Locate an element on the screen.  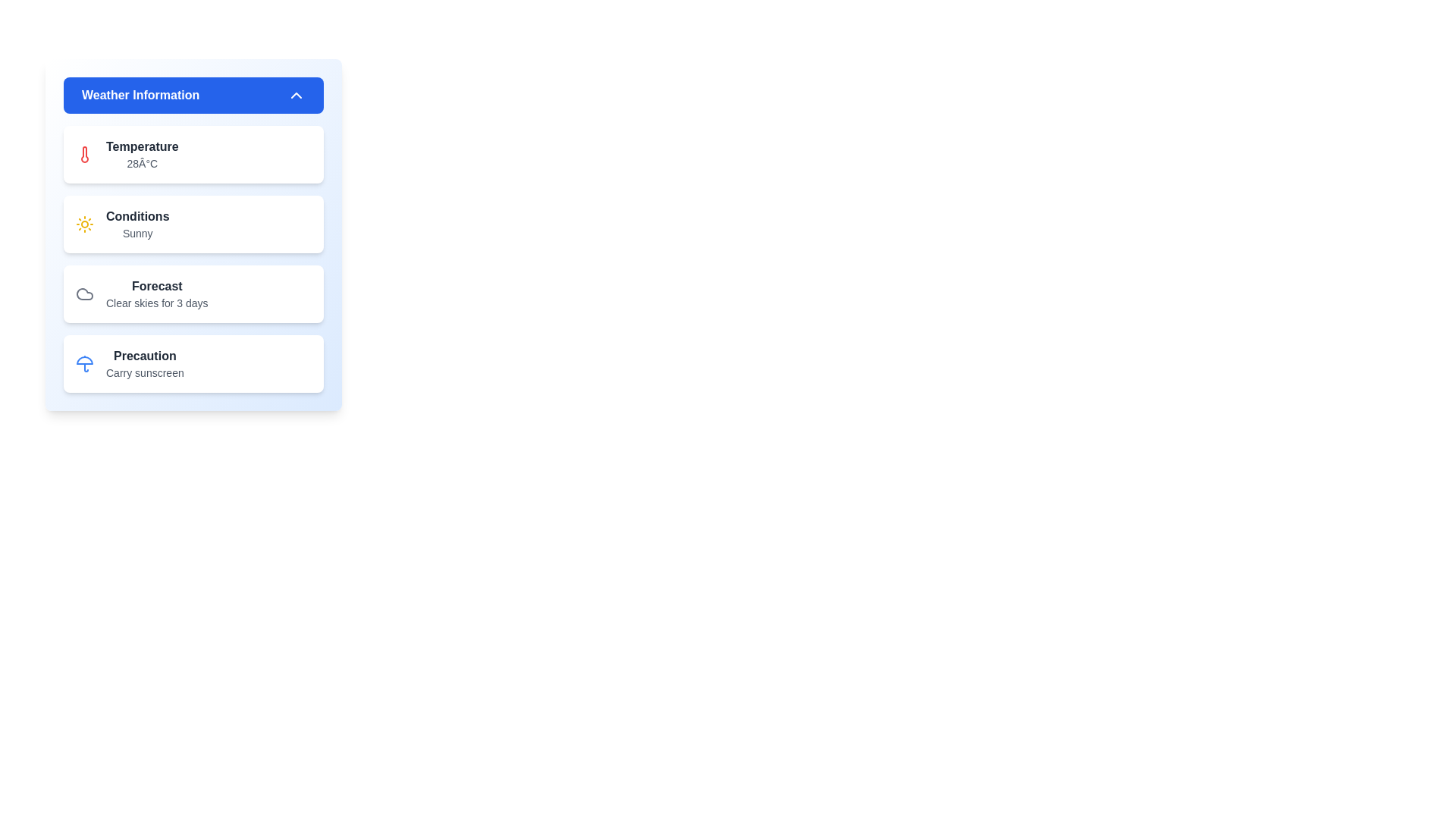
the temperature display text showing '28°C', which is styled in gray and positioned below the 'Temperature' label is located at coordinates (142, 164).